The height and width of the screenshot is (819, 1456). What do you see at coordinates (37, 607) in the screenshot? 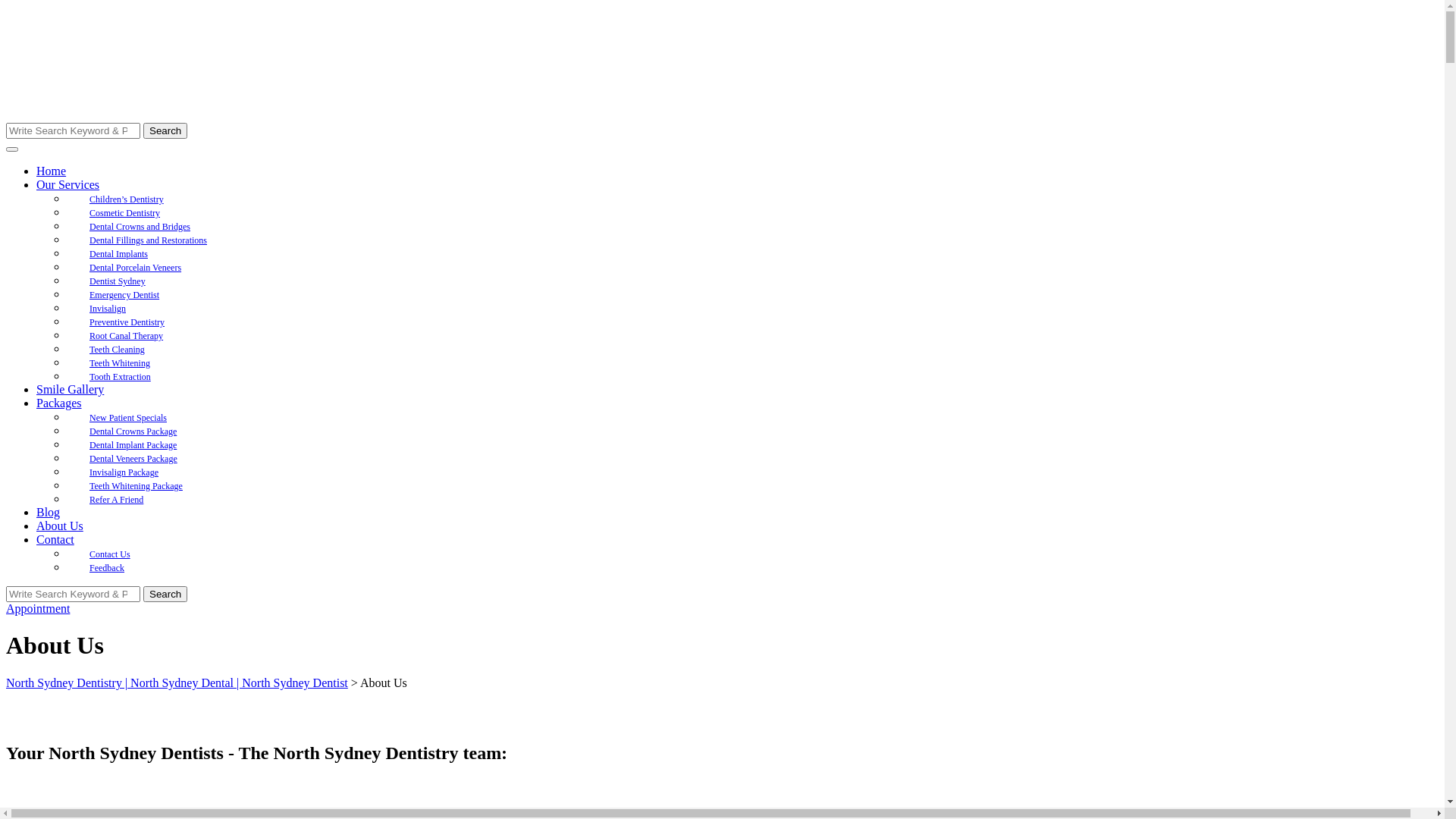
I see `'Appointment'` at bounding box center [37, 607].